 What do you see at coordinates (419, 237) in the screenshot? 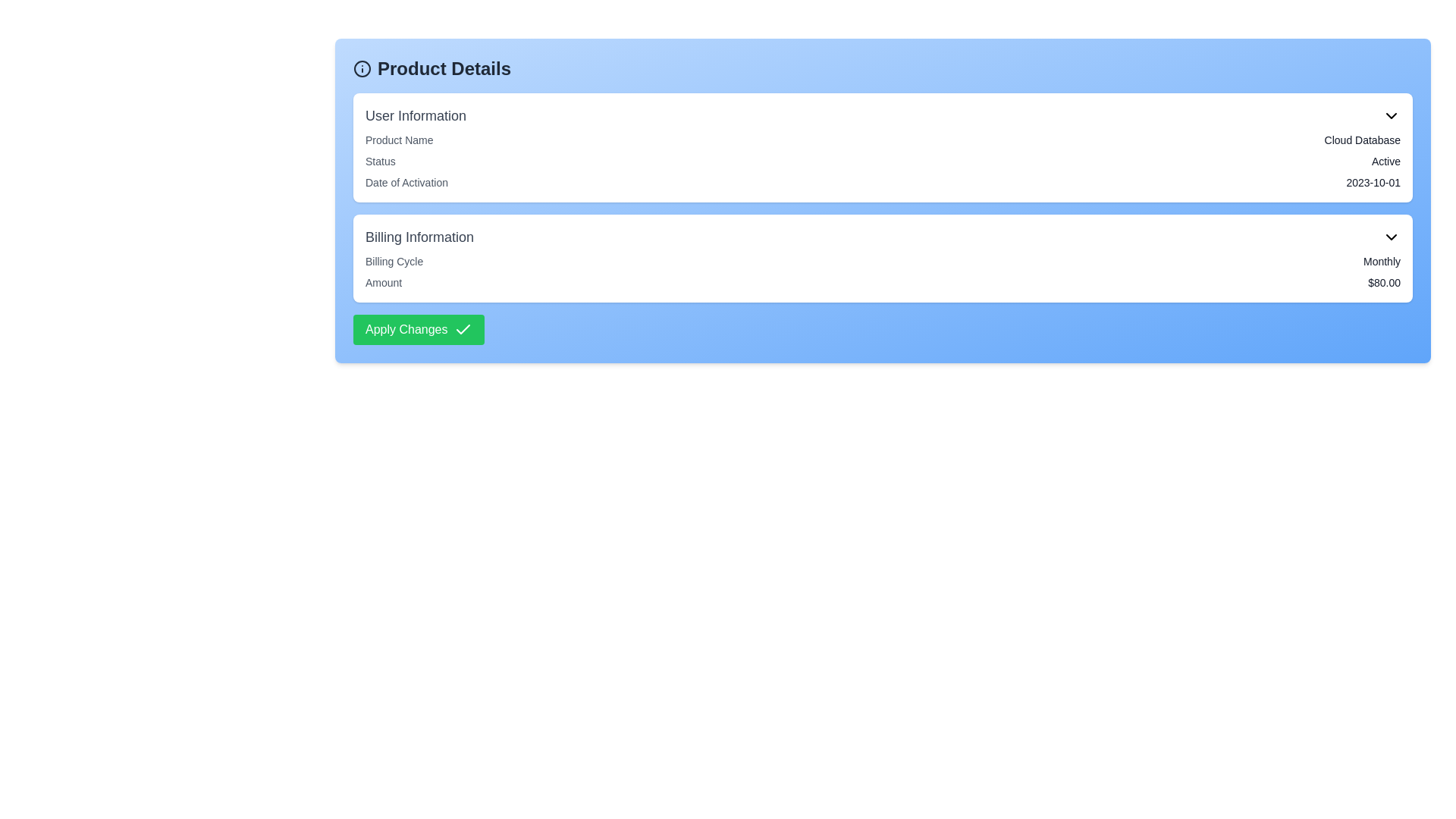
I see `the 'Billing Information' text label, which is a medium-sized gray text aligned to the left above 'Billing Cycle' and 'Amount'` at bounding box center [419, 237].